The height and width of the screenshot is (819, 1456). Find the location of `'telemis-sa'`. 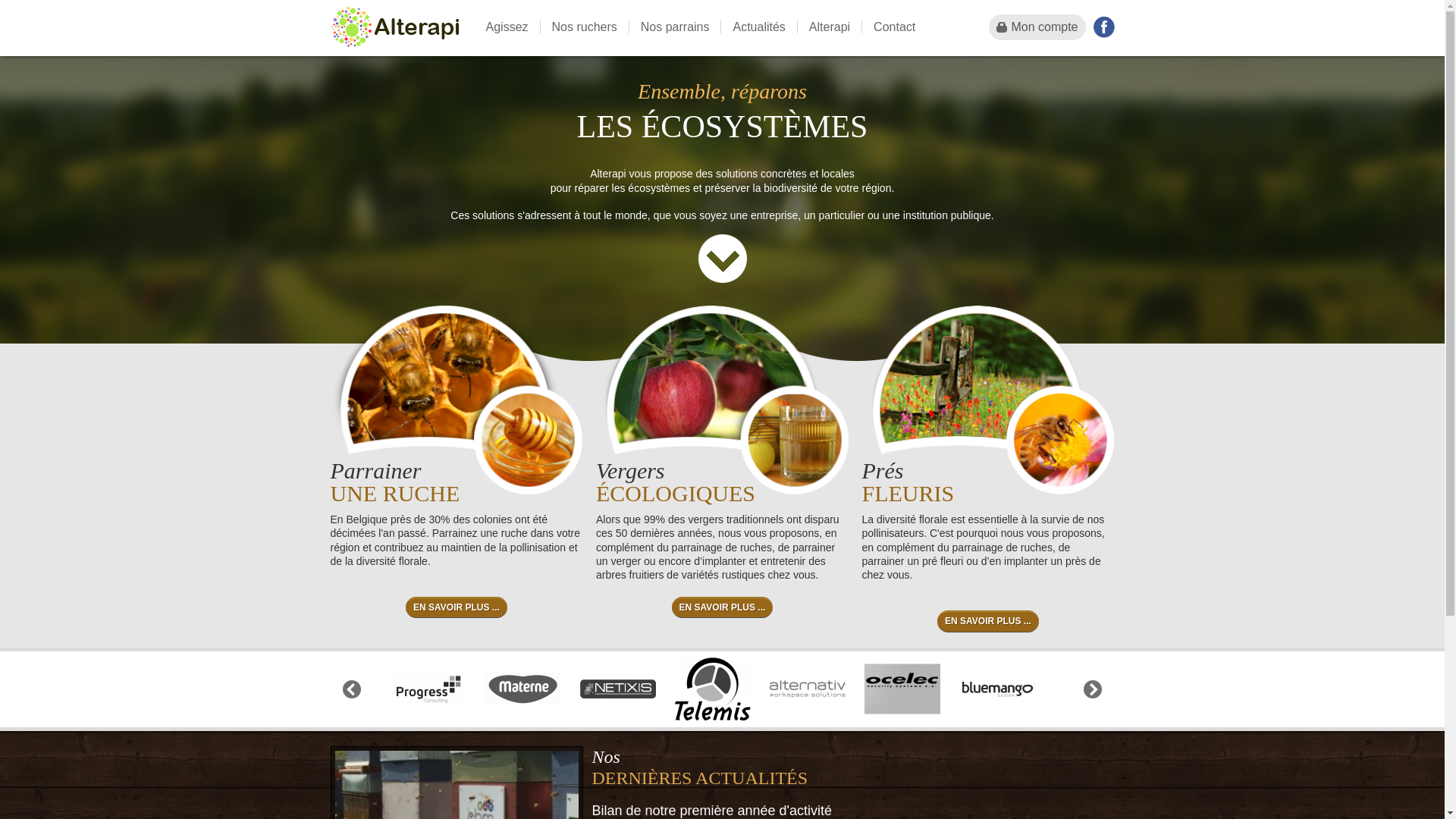

'telemis-sa' is located at coordinates (712, 689).